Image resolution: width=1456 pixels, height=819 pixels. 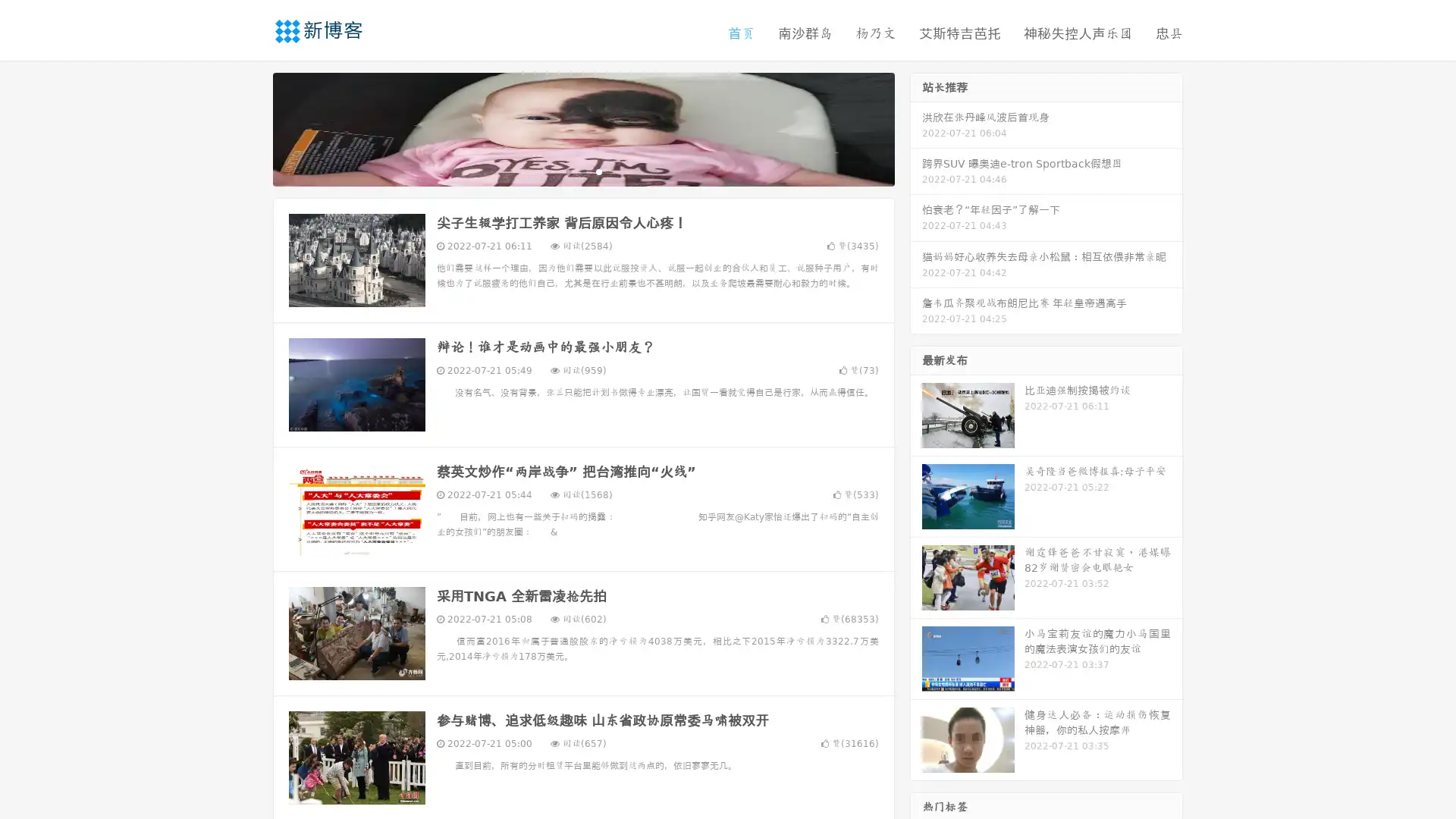 I want to click on Go to slide 1, so click(x=567, y=171).